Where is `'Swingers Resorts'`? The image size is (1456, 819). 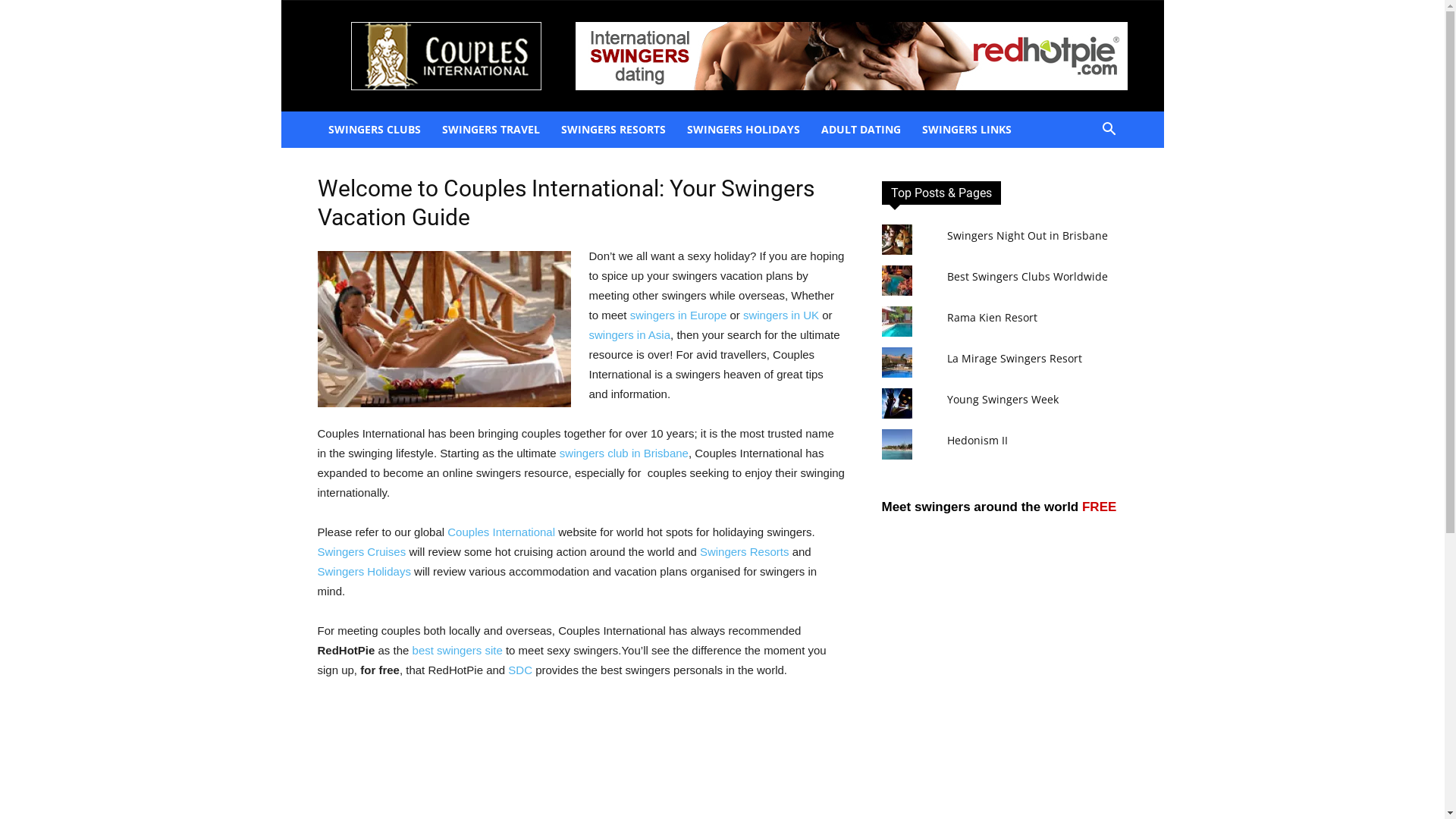
'Swingers Resorts' is located at coordinates (745, 551).